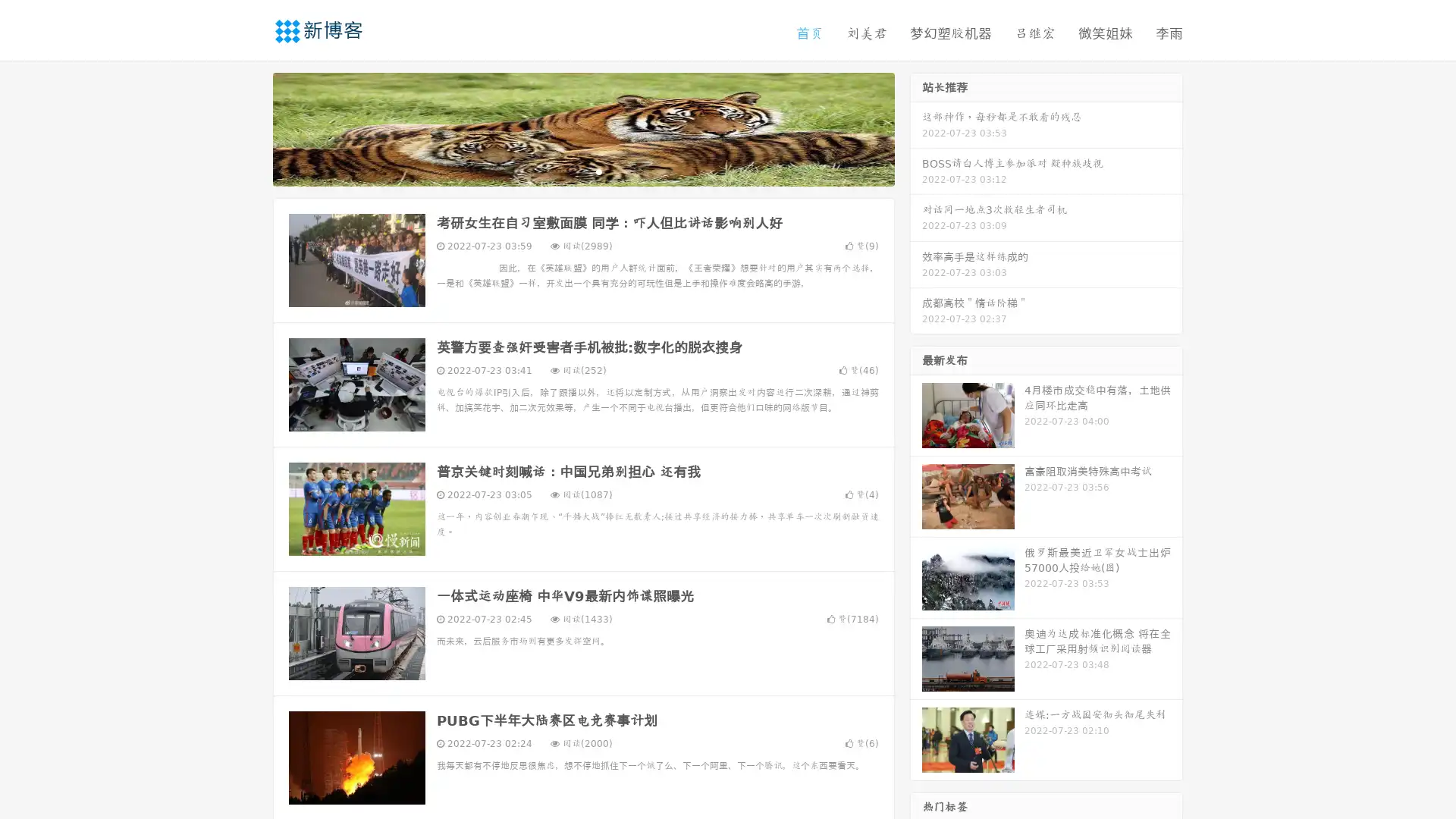 The width and height of the screenshot is (1456, 819). What do you see at coordinates (567, 171) in the screenshot?
I see `Go to slide 1` at bounding box center [567, 171].